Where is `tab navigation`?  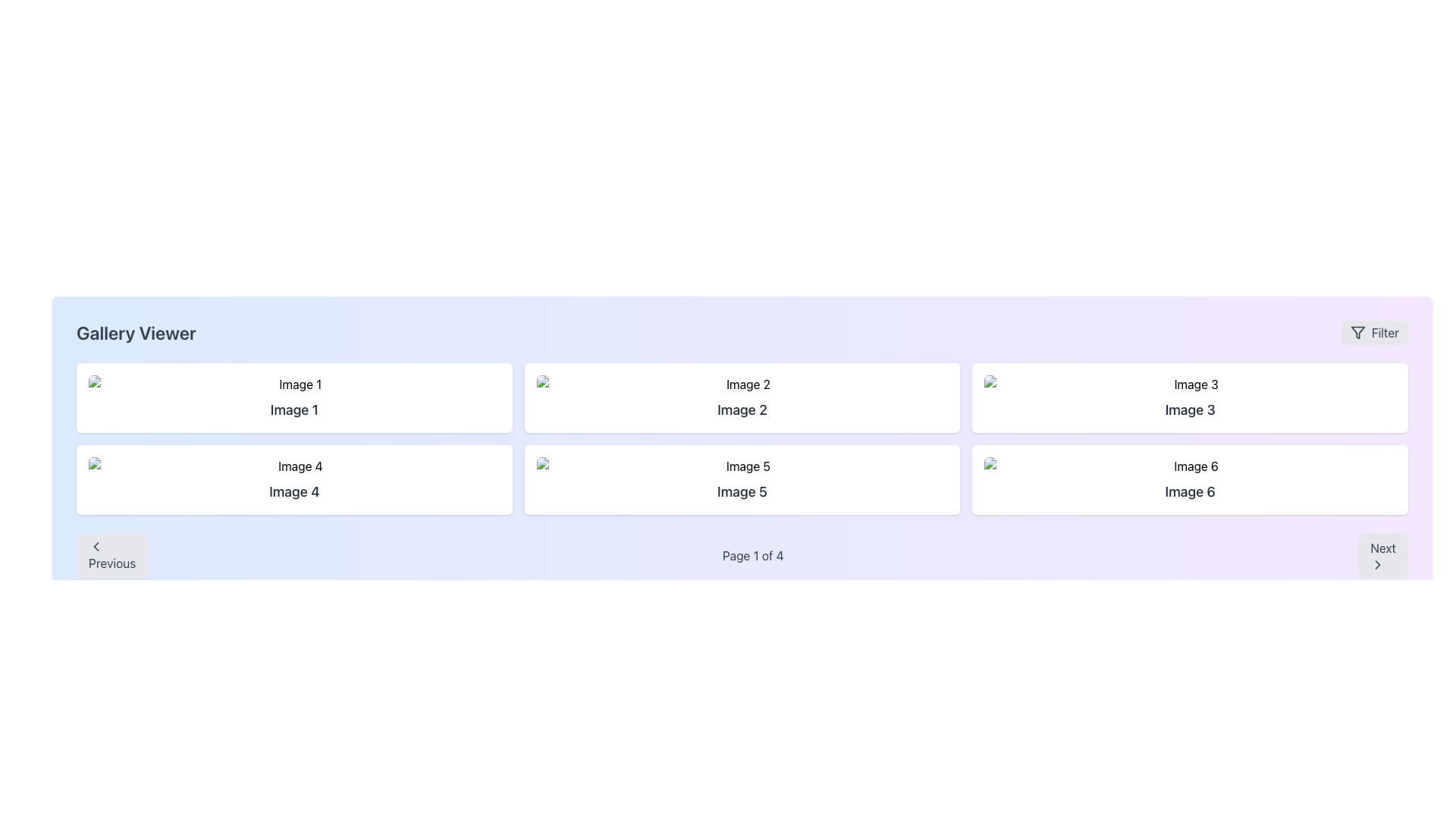
tab navigation is located at coordinates (742, 465).